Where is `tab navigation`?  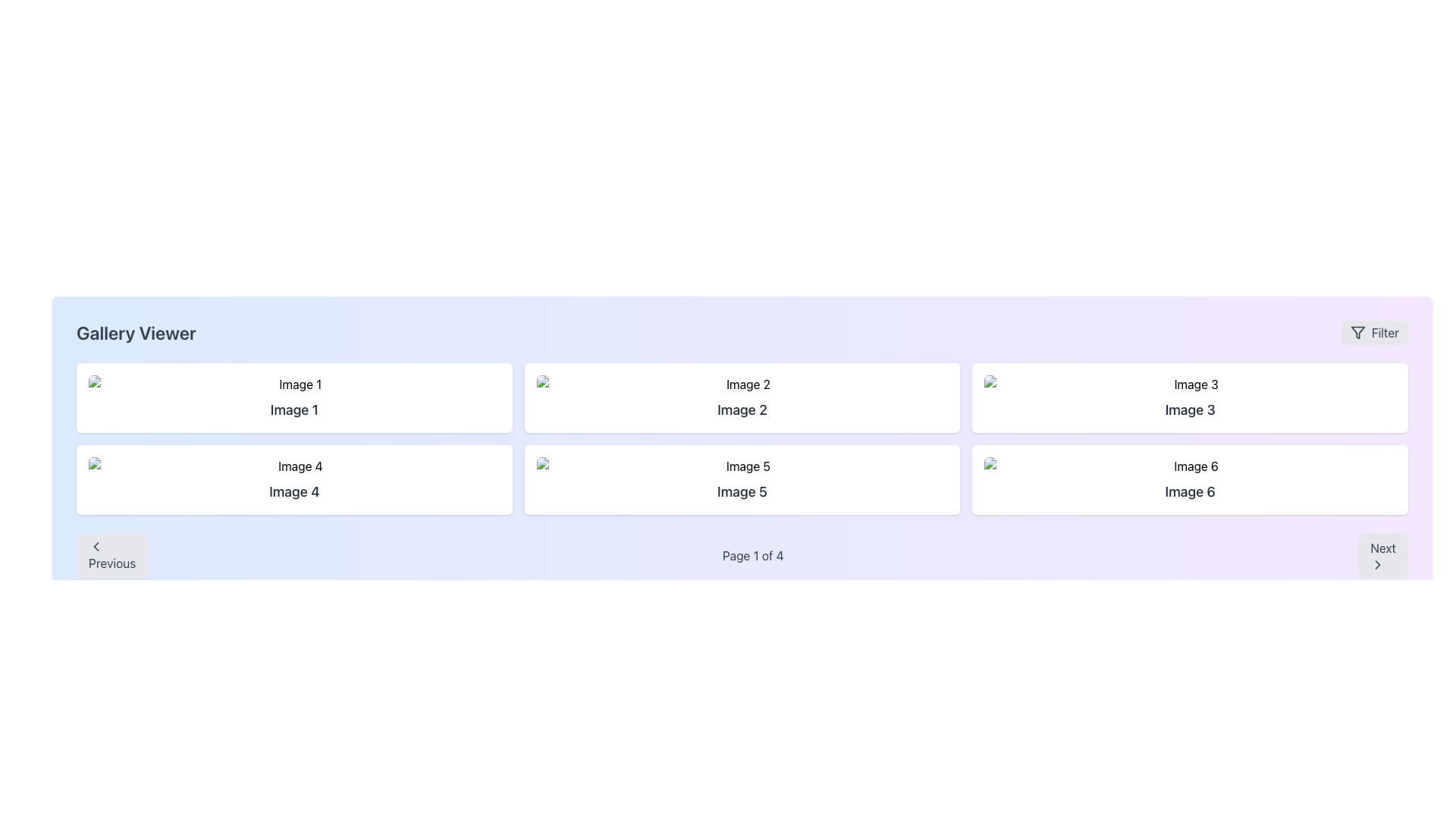
tab navigation is located at coordinates (742, 465).